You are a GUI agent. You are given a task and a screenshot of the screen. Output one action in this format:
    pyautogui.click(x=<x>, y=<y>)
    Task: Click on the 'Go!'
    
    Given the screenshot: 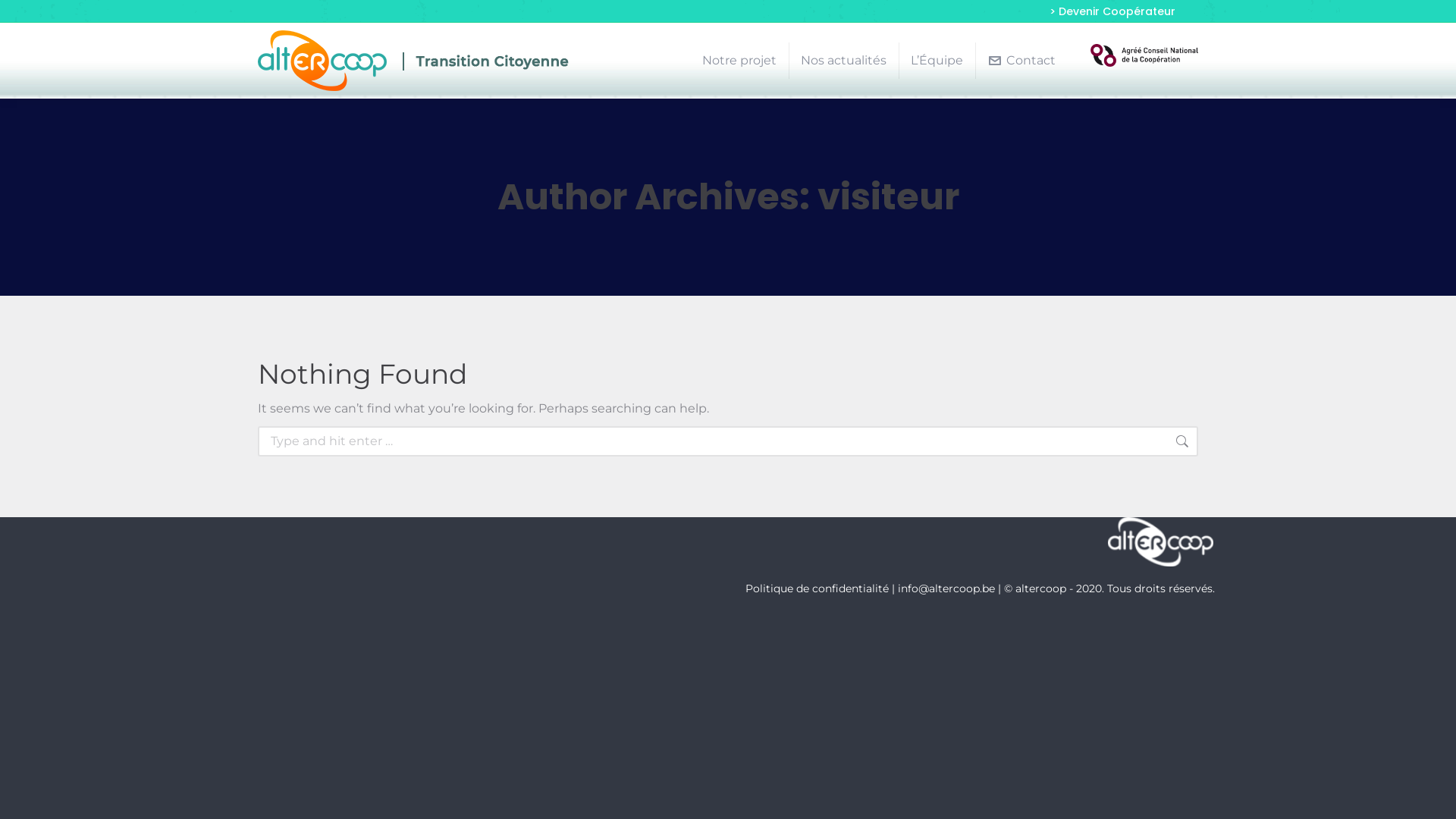 What is the action you would take?
    pyautogui.click(x=1228, y=444)
    